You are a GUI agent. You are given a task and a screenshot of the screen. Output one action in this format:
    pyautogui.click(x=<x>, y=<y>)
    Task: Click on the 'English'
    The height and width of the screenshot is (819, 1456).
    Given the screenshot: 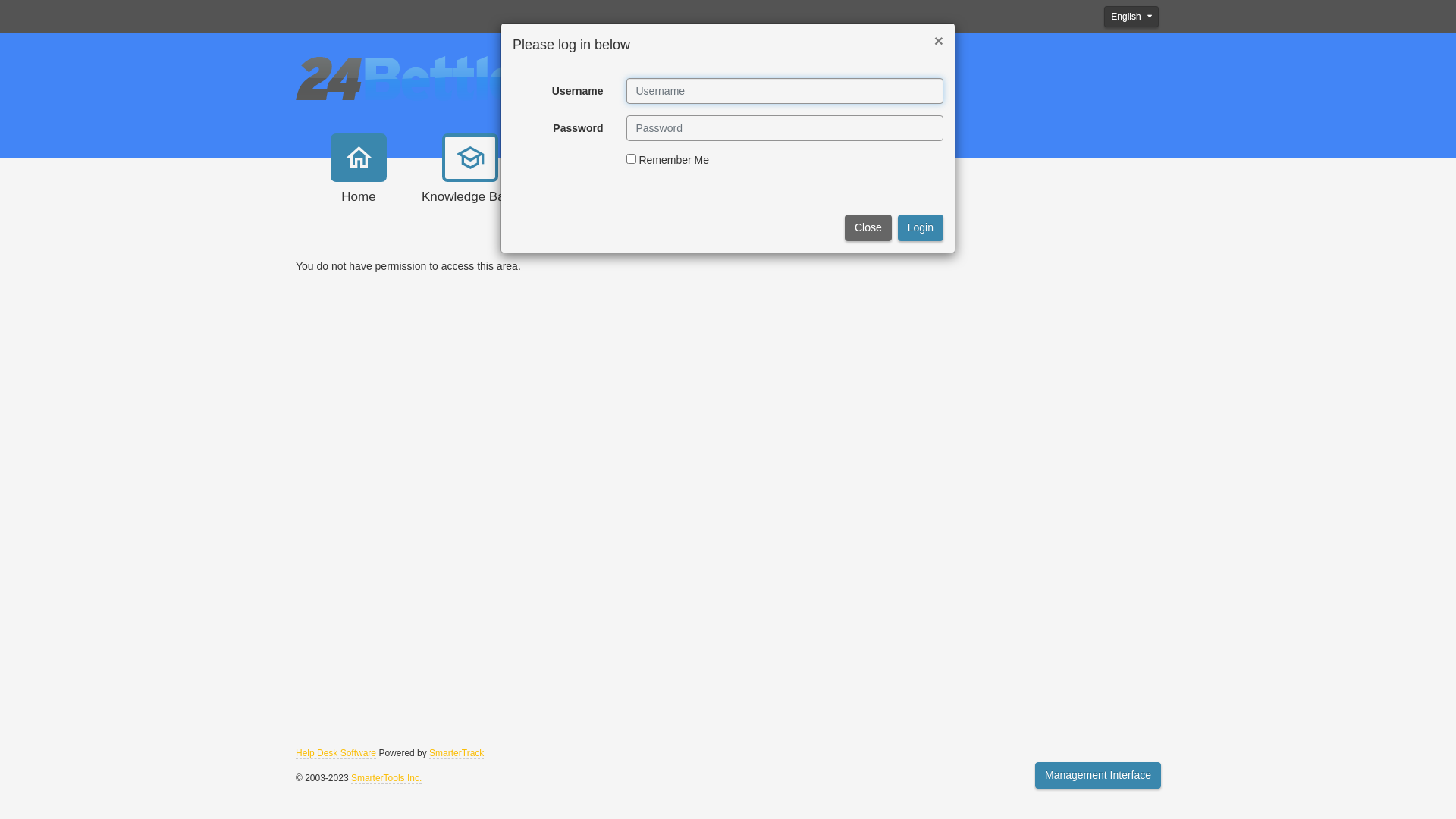 What is the action you would take?
    pyautogui.click(x=1131, y=17)
    